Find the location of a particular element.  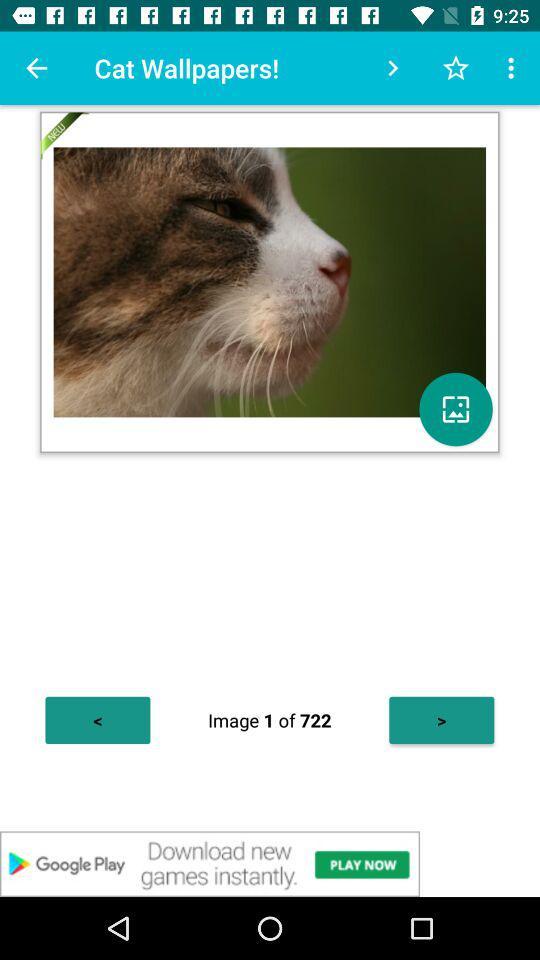

advertisement in new app is located at coordinates (270, 863).